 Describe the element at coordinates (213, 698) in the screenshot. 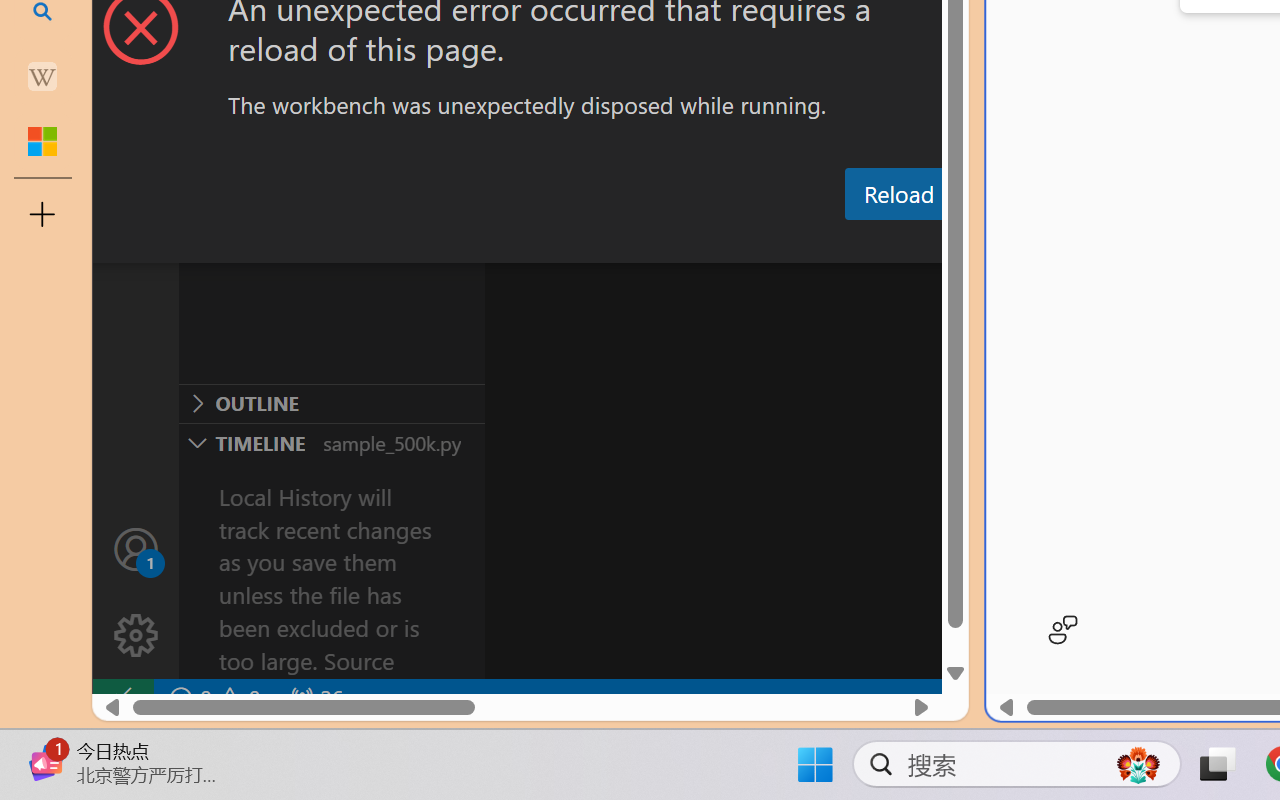

I see `'No Problems'` at that location.